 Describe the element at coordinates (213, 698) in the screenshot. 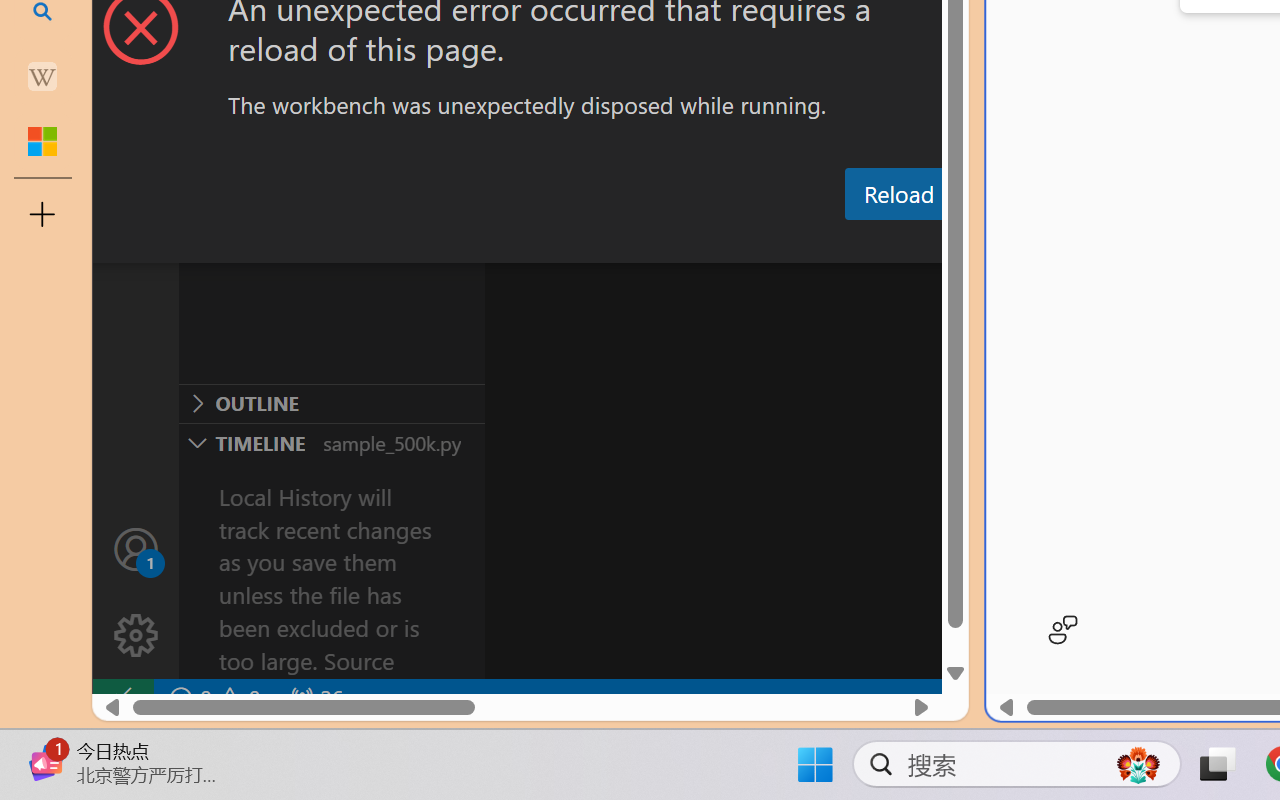

I see `'No Problems'` at that location.